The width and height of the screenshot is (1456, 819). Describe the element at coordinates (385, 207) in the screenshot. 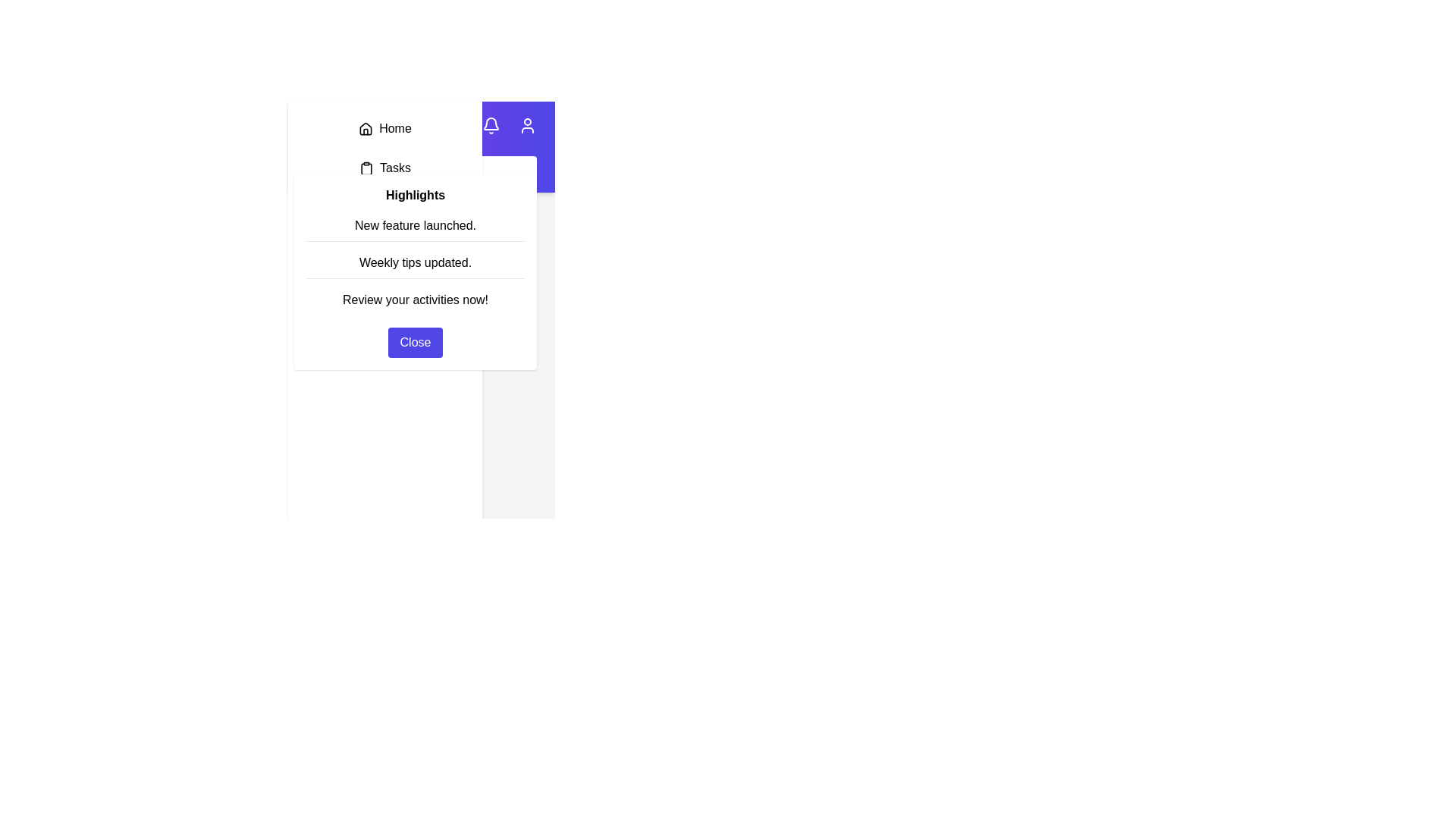

I see `the third navigational item in the menu, which is located between 'Tasks' and 'Settings'` at that location.